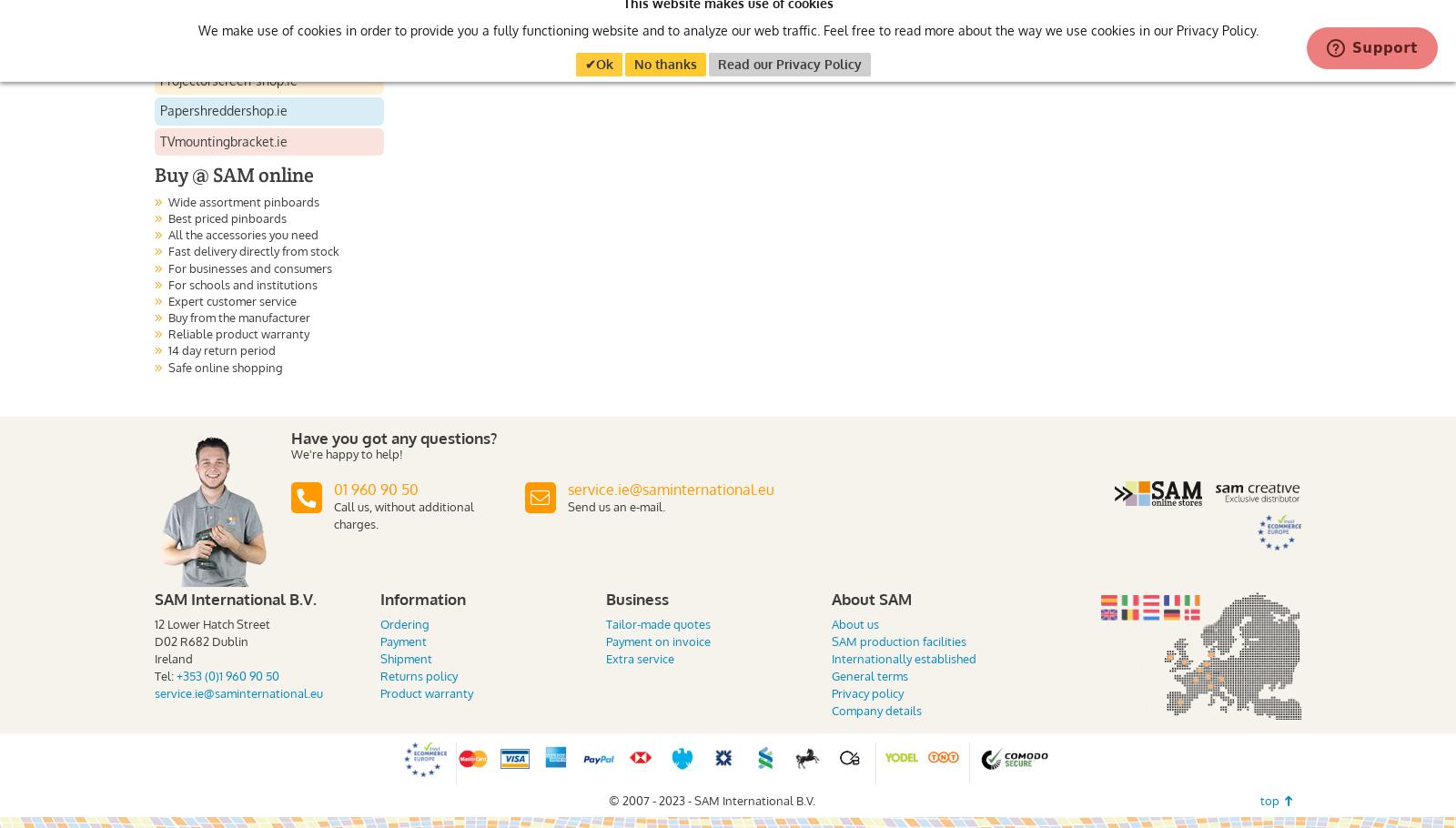 Image resolution: width=1456 pixels, height=828 pixels. I want to click on 'Returns policy', so click(417, 674).